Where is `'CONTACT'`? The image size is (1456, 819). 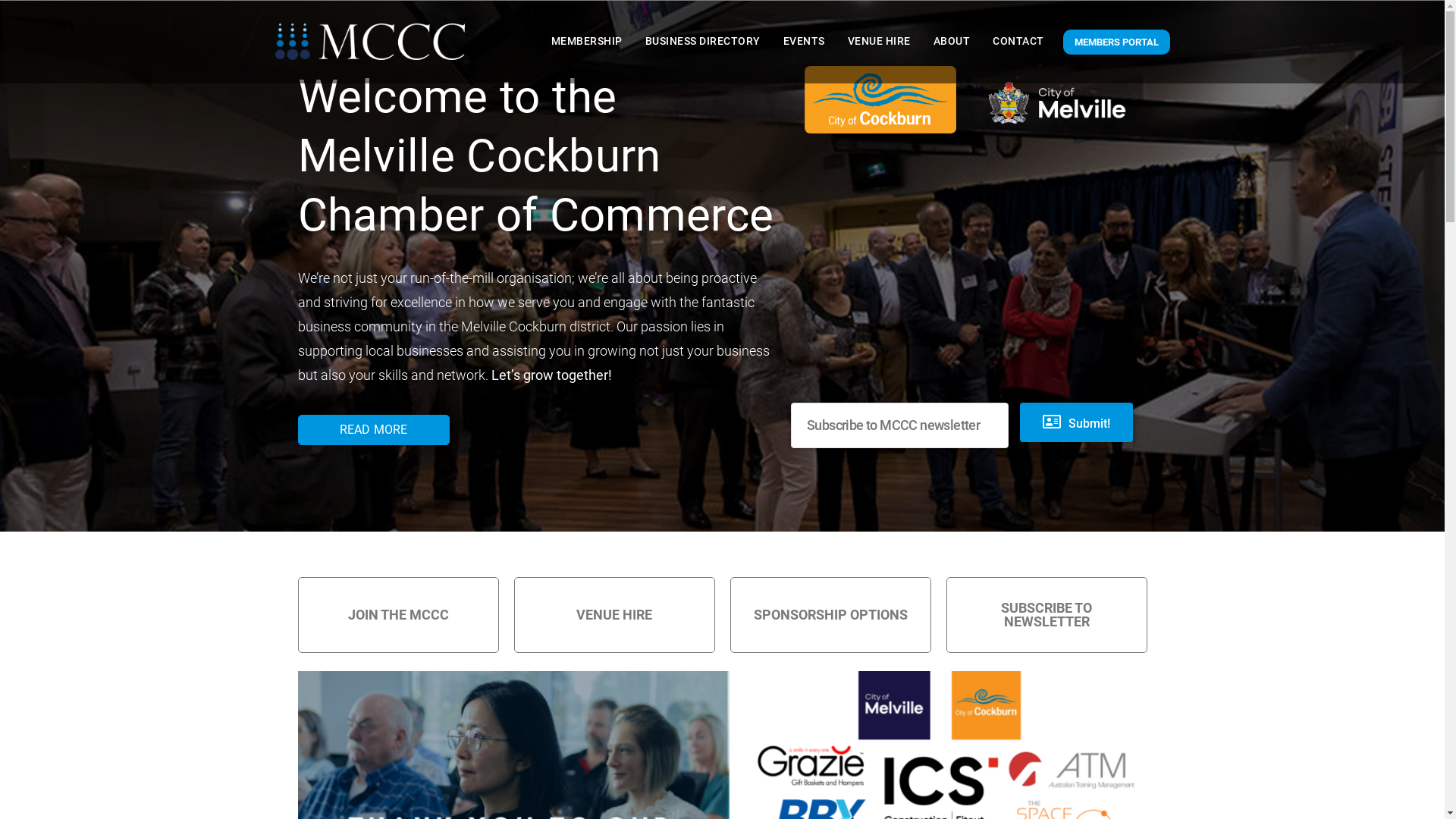
'CONTACT' is located at coordinates (989, 40).